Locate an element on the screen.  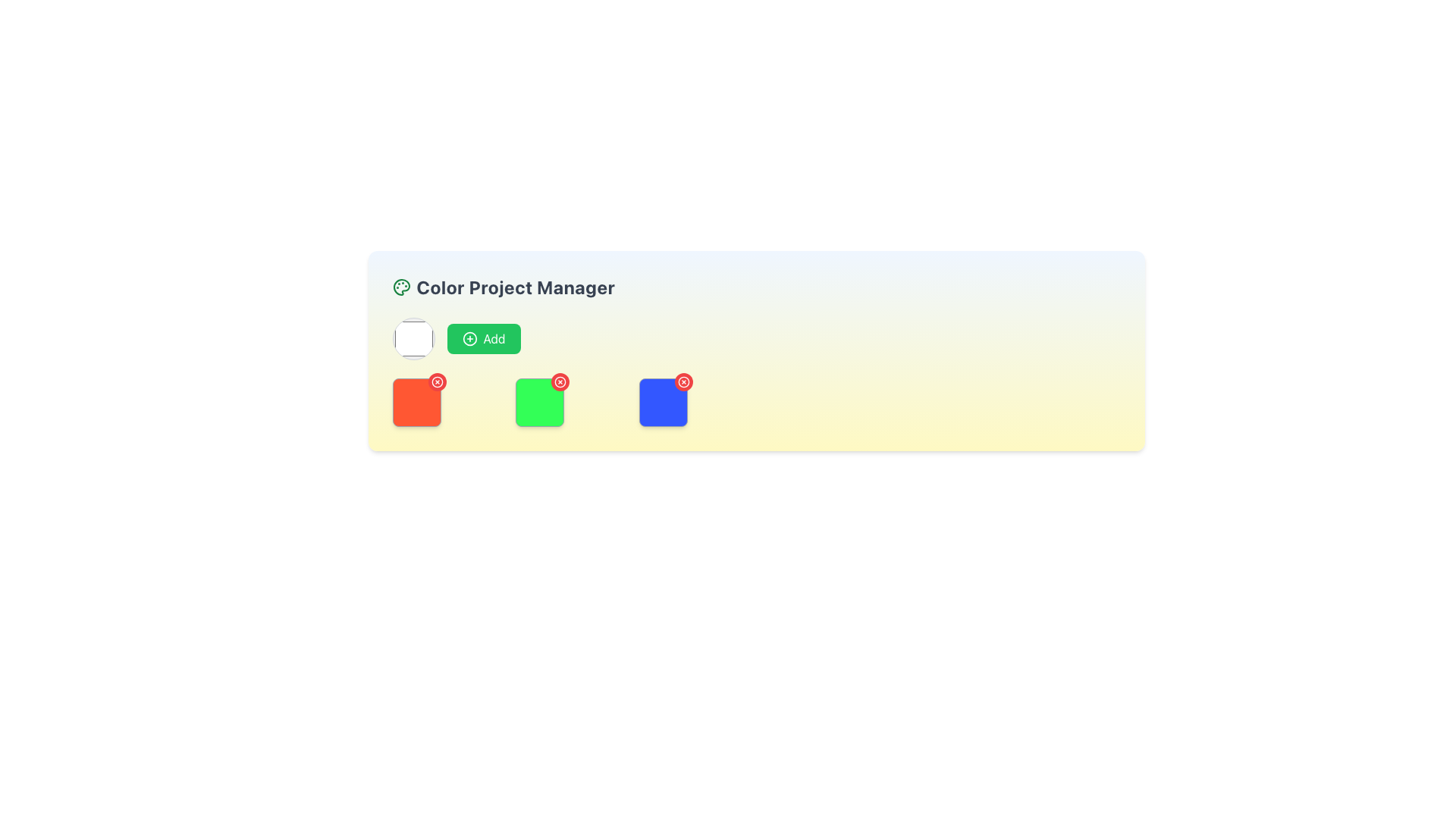
the circular color picker or selector element located at the start of the row in the 'Color Project Manager' section is located at coordinates (413, 338).